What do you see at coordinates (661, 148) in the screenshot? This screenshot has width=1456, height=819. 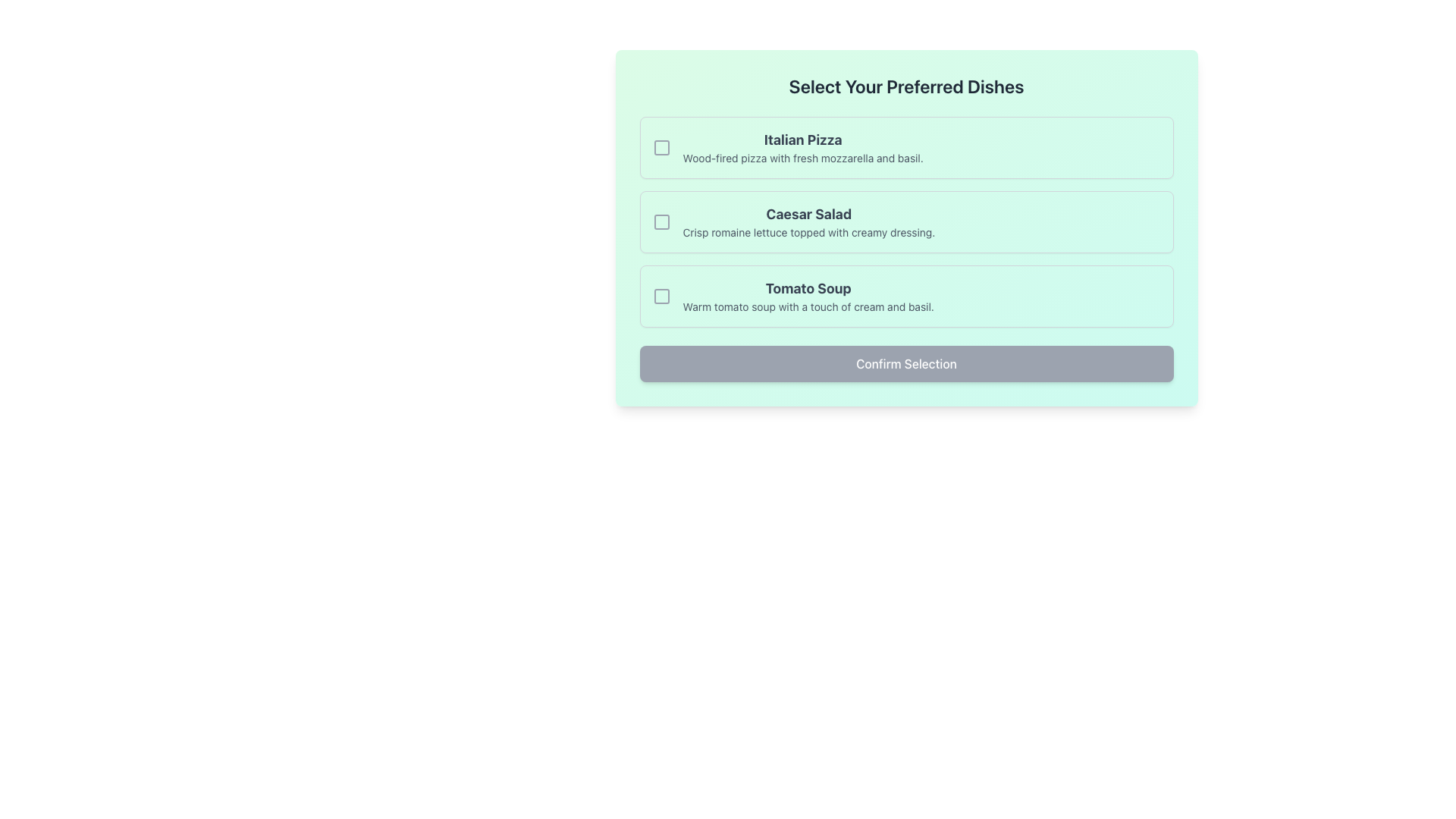 I see `the checkbox-like graphical component next to the 'Italian Pizza' text, which is styled to resemble a checkbox but is non-interactive` at bounding box center [661, 148].